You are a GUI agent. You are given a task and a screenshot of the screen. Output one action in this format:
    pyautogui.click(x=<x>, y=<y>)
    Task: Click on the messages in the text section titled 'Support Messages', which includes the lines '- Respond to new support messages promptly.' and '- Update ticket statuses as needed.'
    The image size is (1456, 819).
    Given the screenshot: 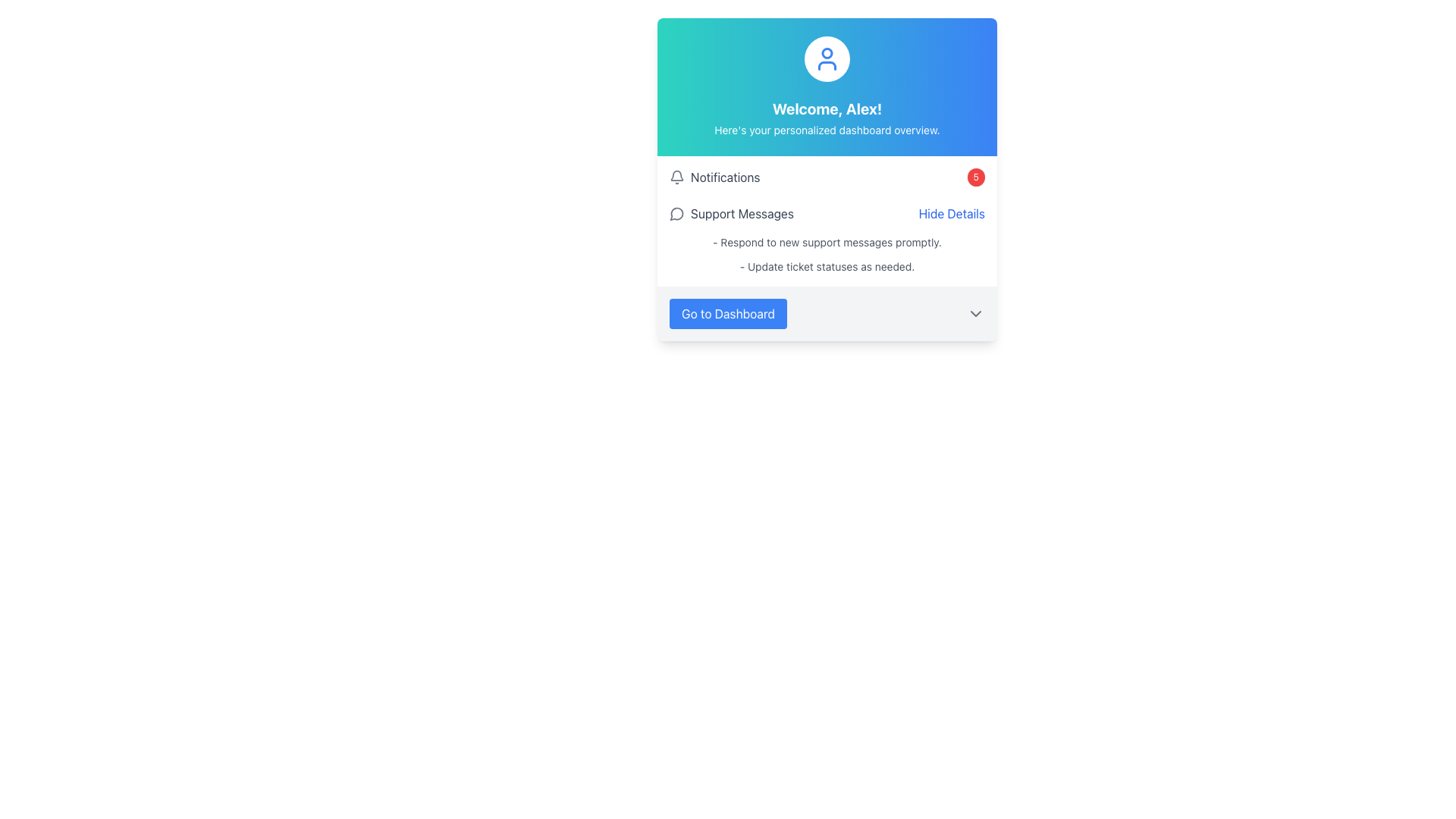 What is the action you would take?
    pyautogui.click(x=826, y=253)
    